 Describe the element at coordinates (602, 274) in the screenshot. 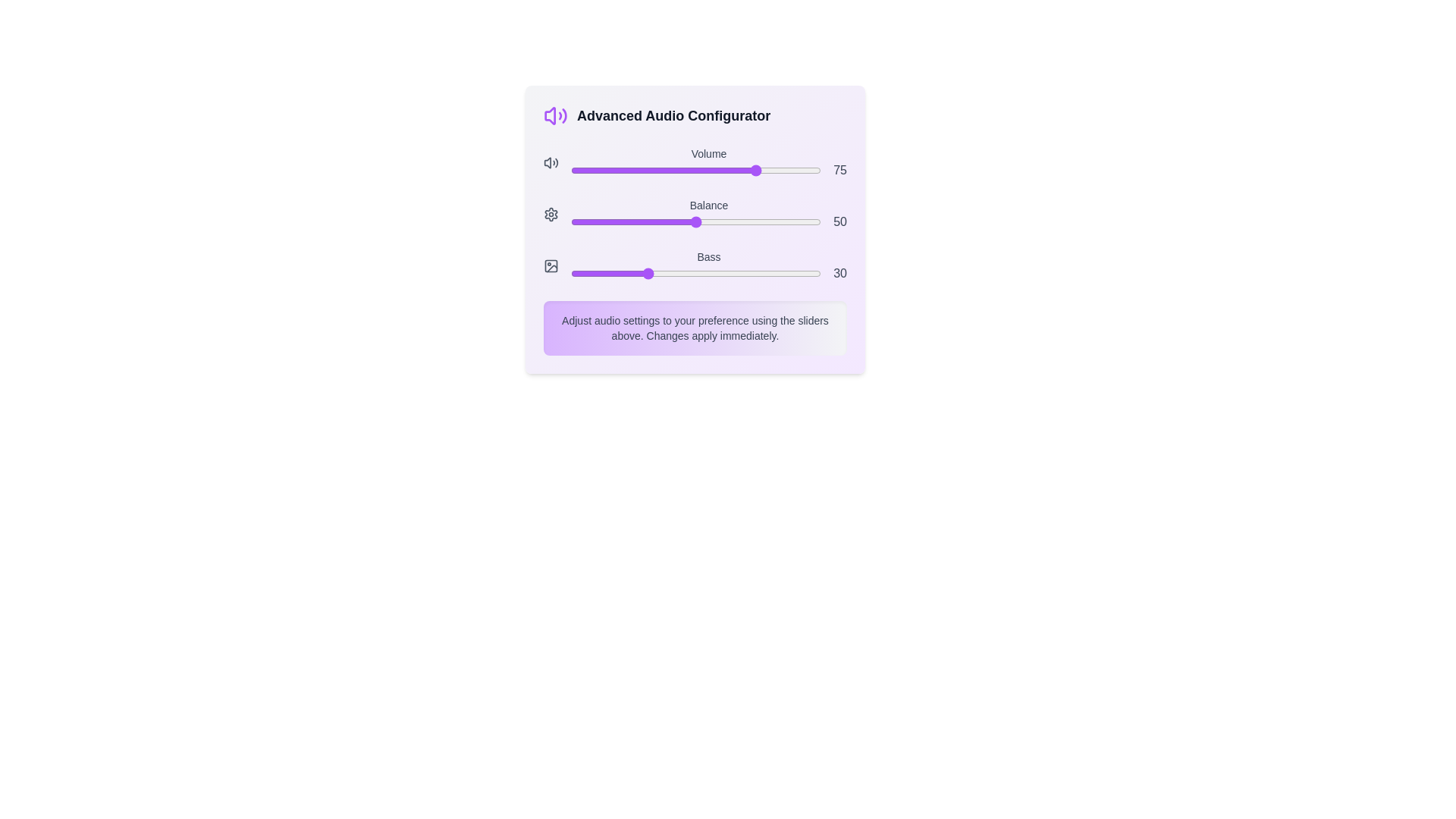

I see `the Bass slider to 13` at that location.